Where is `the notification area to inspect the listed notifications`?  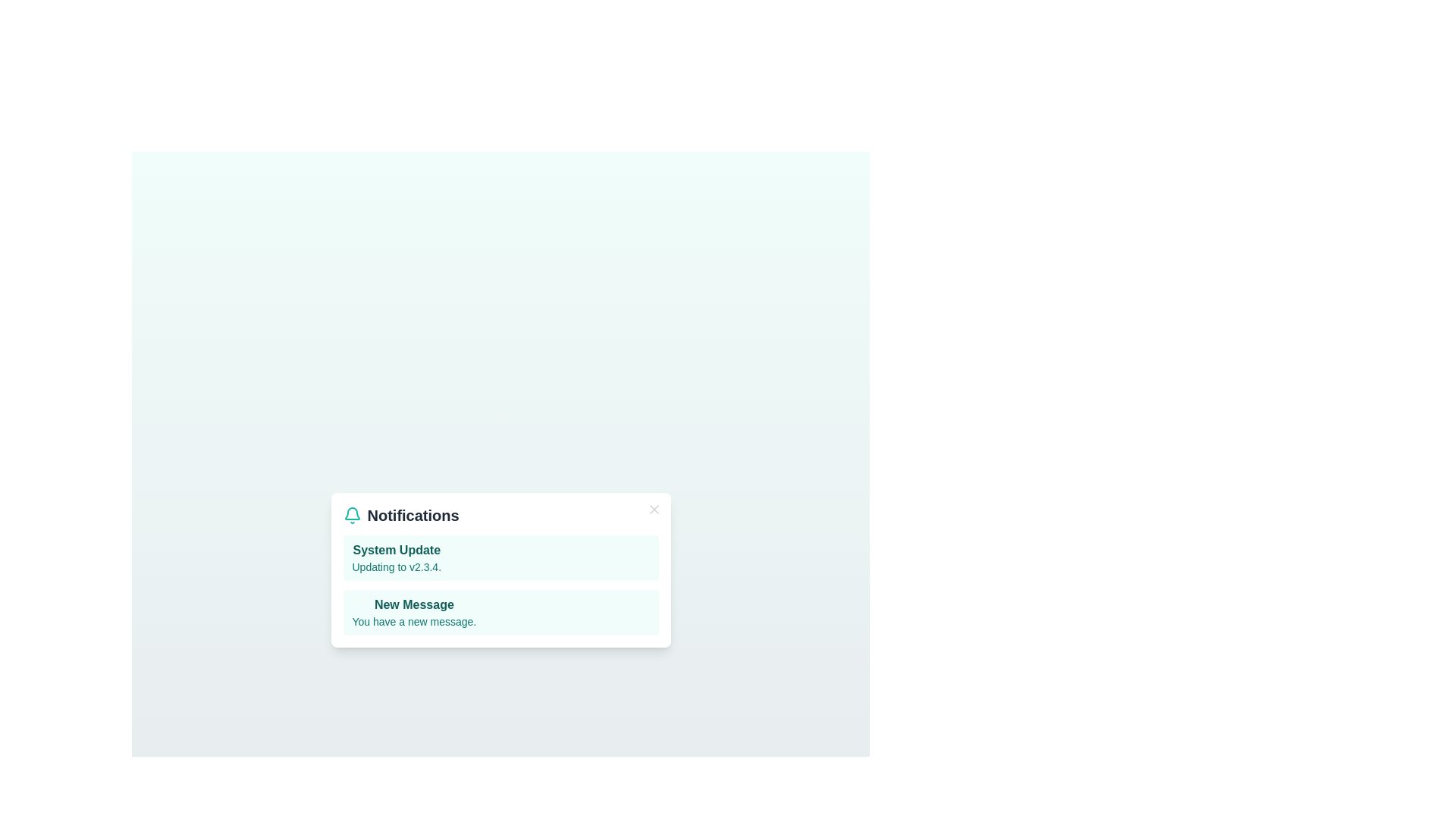
the notification area to inspect the listed notifications is located at coordinates (500, 570).